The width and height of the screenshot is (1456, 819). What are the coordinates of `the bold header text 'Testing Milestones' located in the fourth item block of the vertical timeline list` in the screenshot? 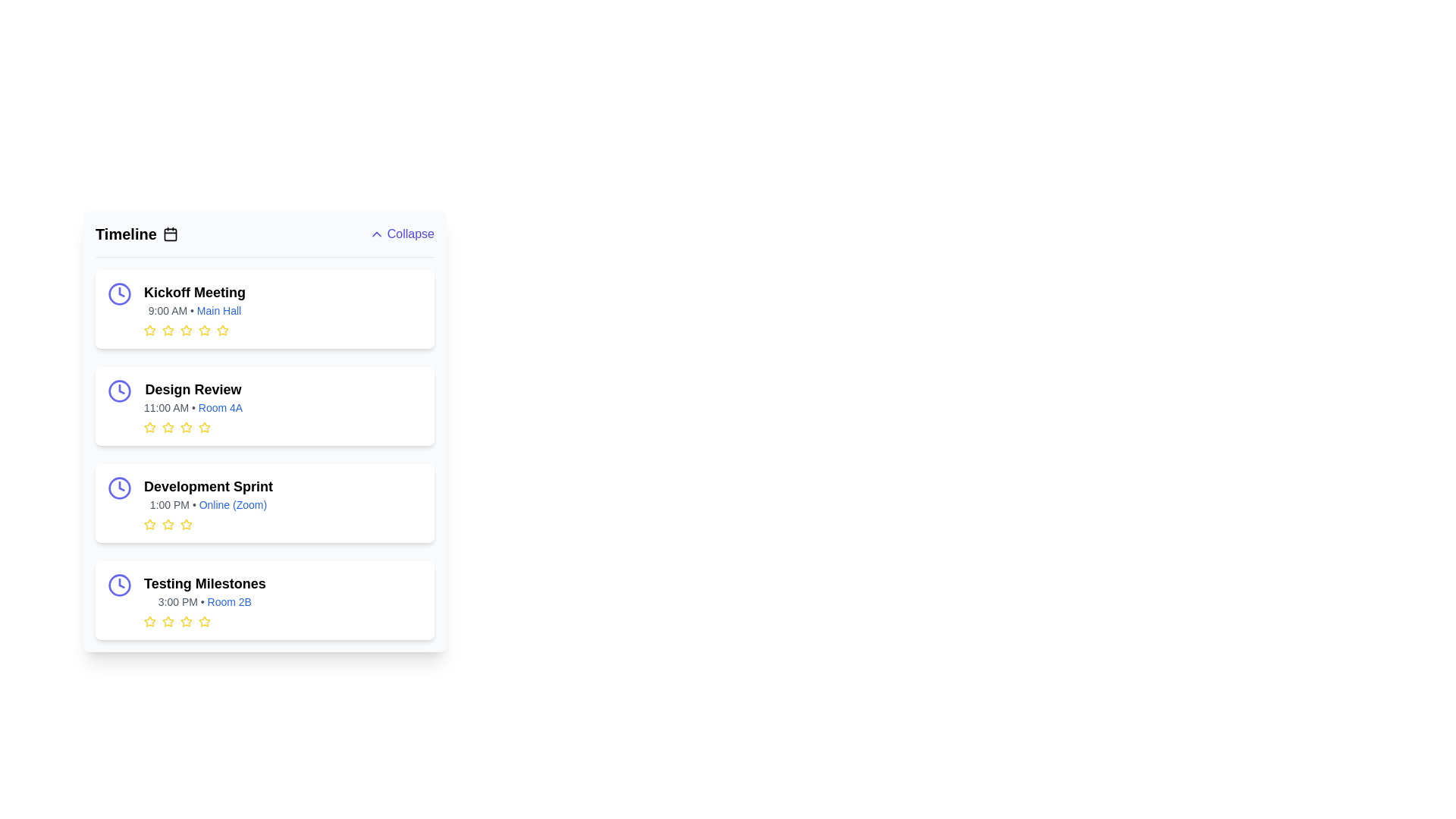 It's located at (204, 583).